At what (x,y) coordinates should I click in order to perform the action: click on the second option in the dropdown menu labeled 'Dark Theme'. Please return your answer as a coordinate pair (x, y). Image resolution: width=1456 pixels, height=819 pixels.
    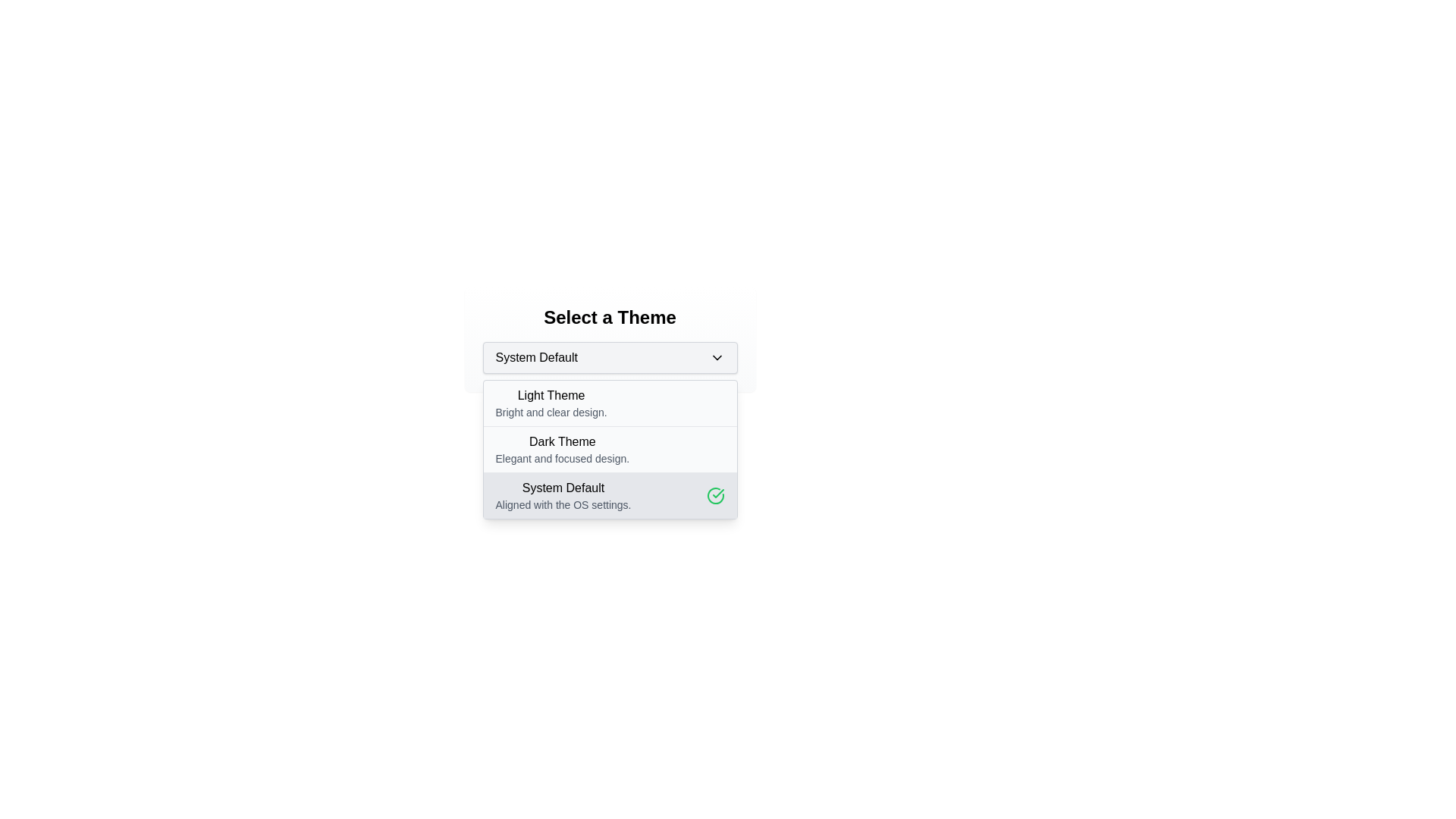
    Looking at the image, I should click on (610, 449).